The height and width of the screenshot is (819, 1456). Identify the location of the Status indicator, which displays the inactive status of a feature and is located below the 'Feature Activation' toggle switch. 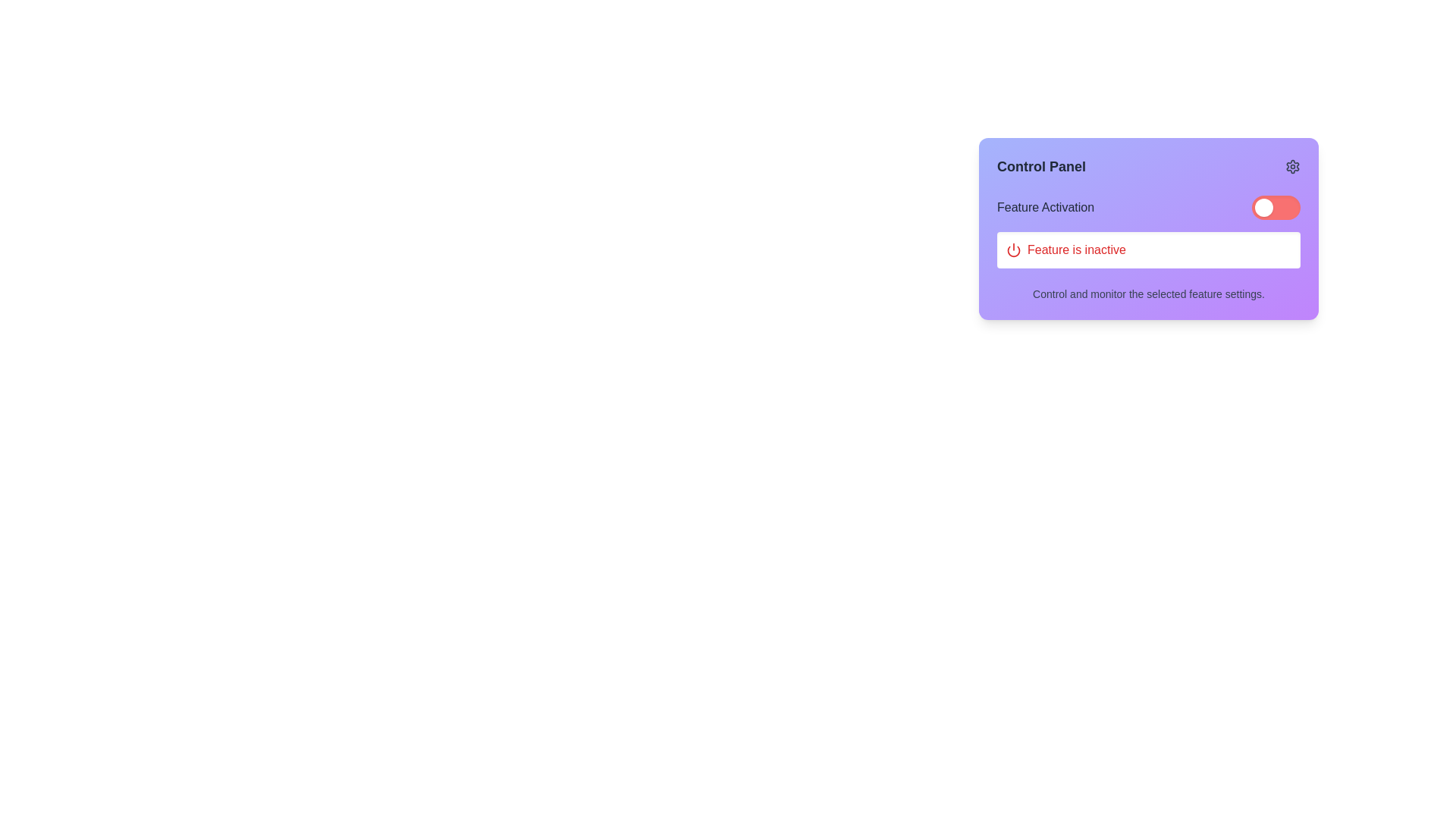
(1149, 249).